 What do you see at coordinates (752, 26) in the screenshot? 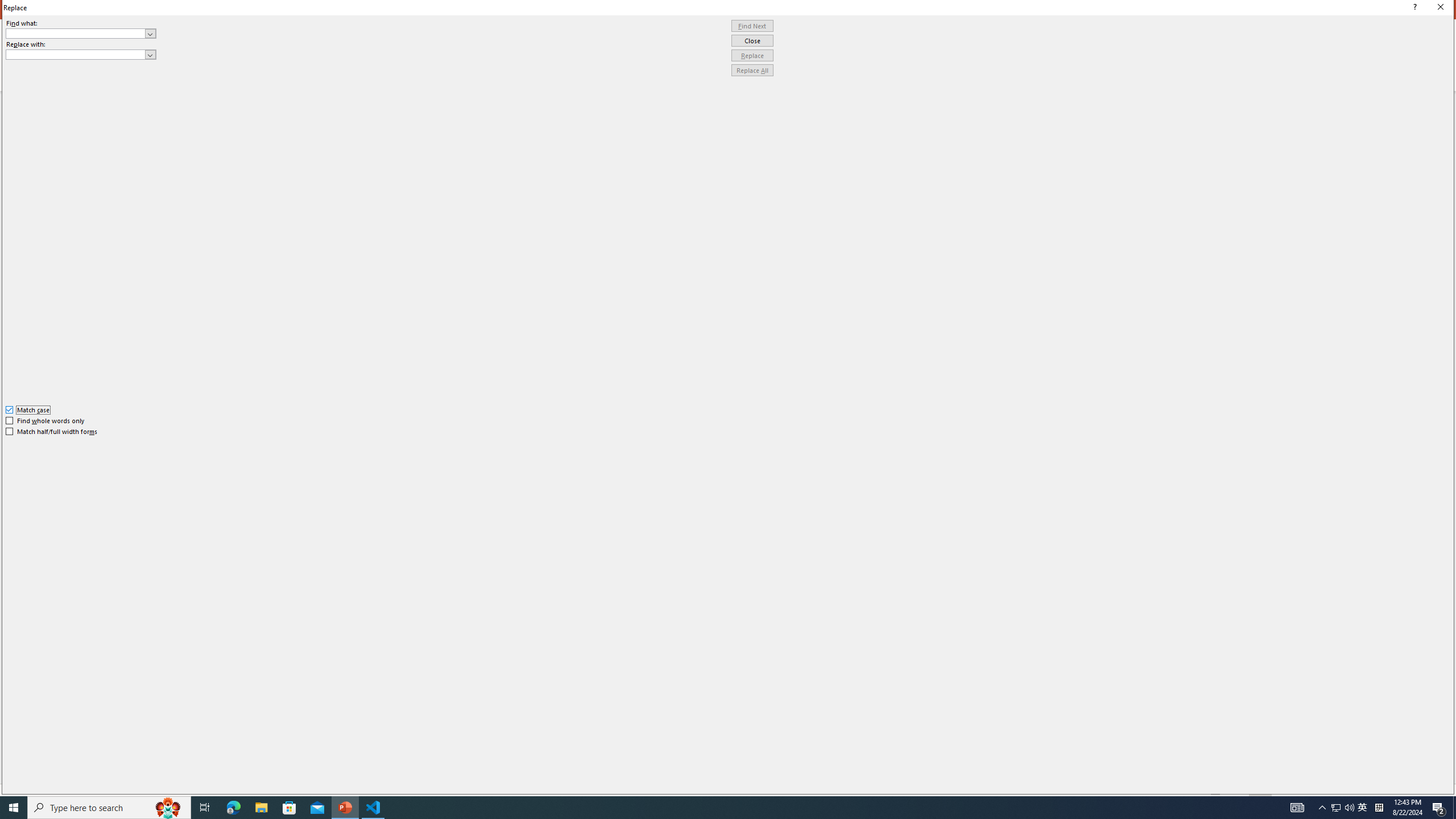
I see `'Find Next'` at bounding box center [752, 26].